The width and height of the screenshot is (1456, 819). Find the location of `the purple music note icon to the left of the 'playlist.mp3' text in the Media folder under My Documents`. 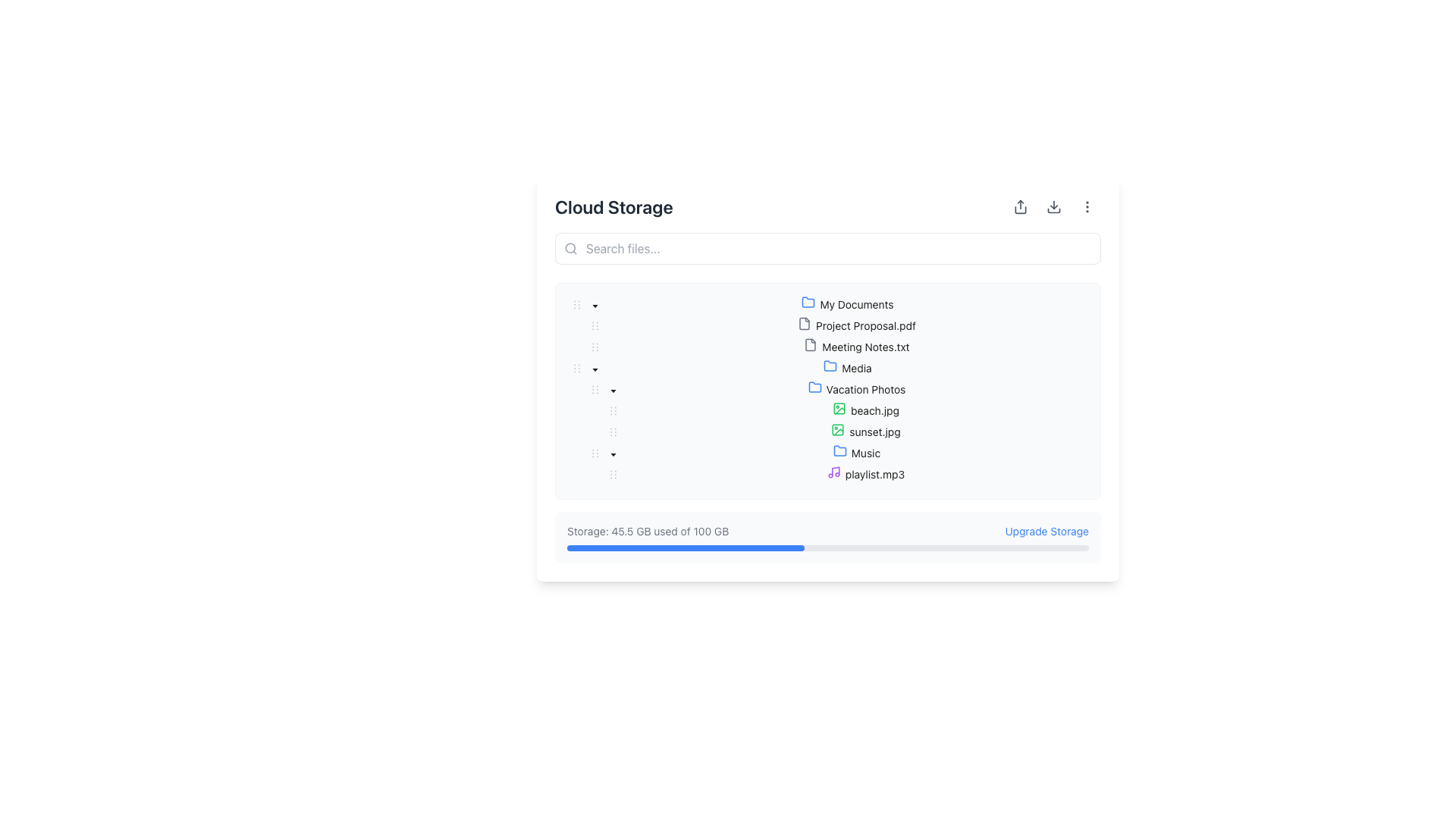

the purple music note icon to the left of the 'playlist.mp3' text in the Media folder under My Documents is located at coordinates (835, 473).